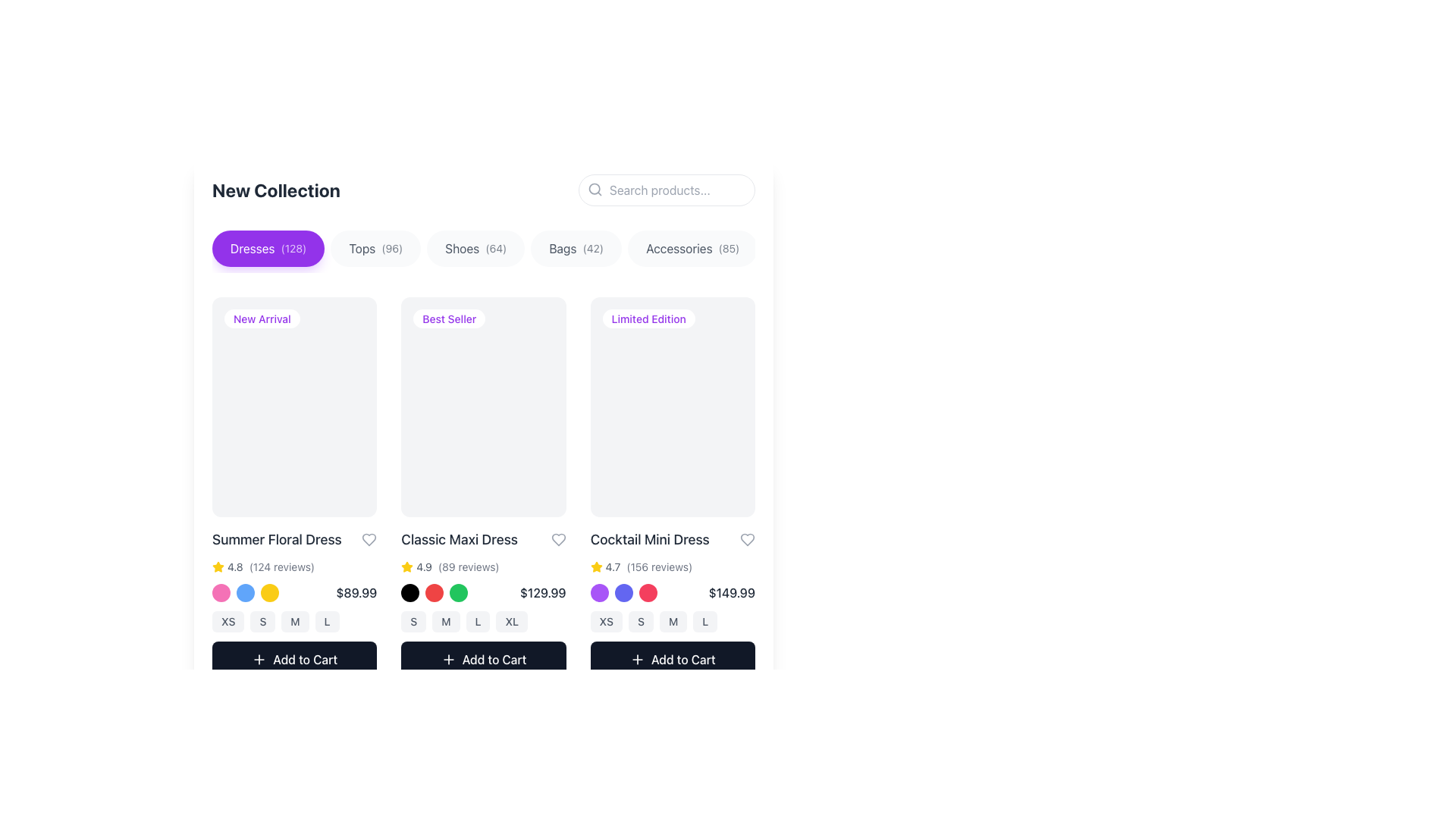 Image resolution: width=1456 pixels, height=819 pixels. Describe the element at coordinates (732, 591) in the screenshot. I see `price label displaying '$149.99' located beneath the color options in the product listing for 'Cocktail Mini Dress'` at that location.